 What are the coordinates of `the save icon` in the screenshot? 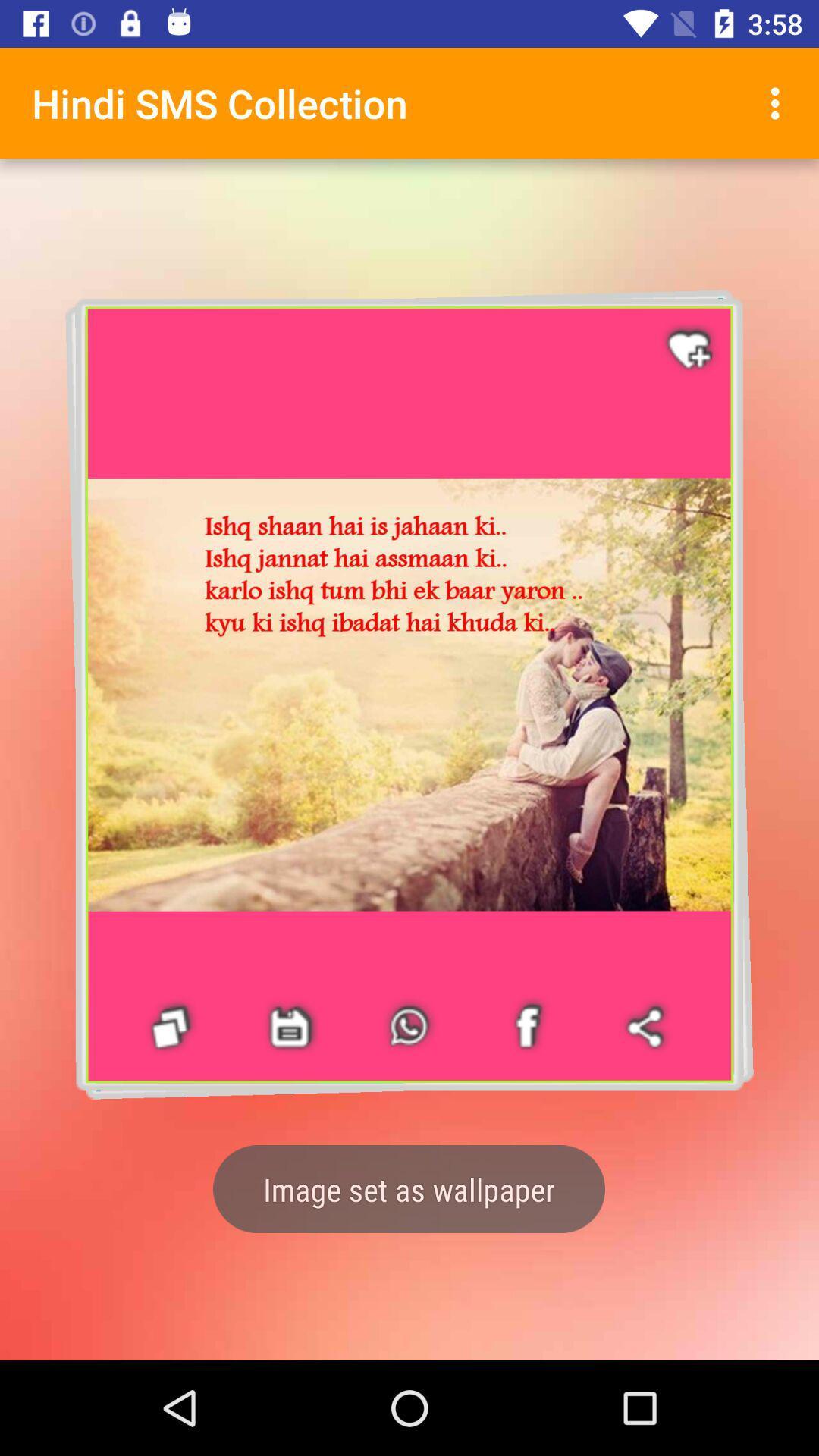 It's located at (290, 1027).